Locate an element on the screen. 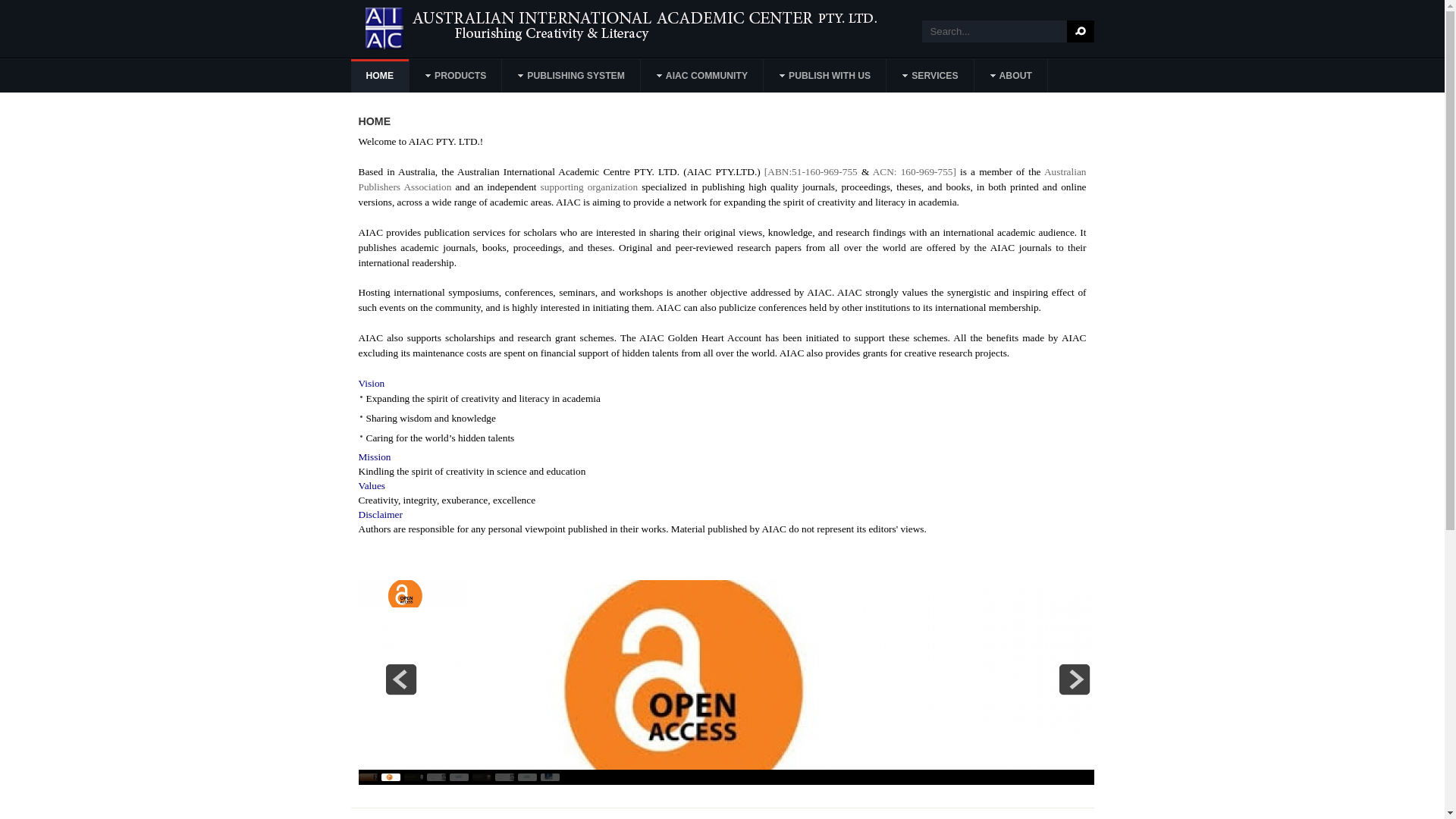 The height and width of the screenshot is (819, 1456). 'PRODUCTS' is located at coordinates (455, 76).